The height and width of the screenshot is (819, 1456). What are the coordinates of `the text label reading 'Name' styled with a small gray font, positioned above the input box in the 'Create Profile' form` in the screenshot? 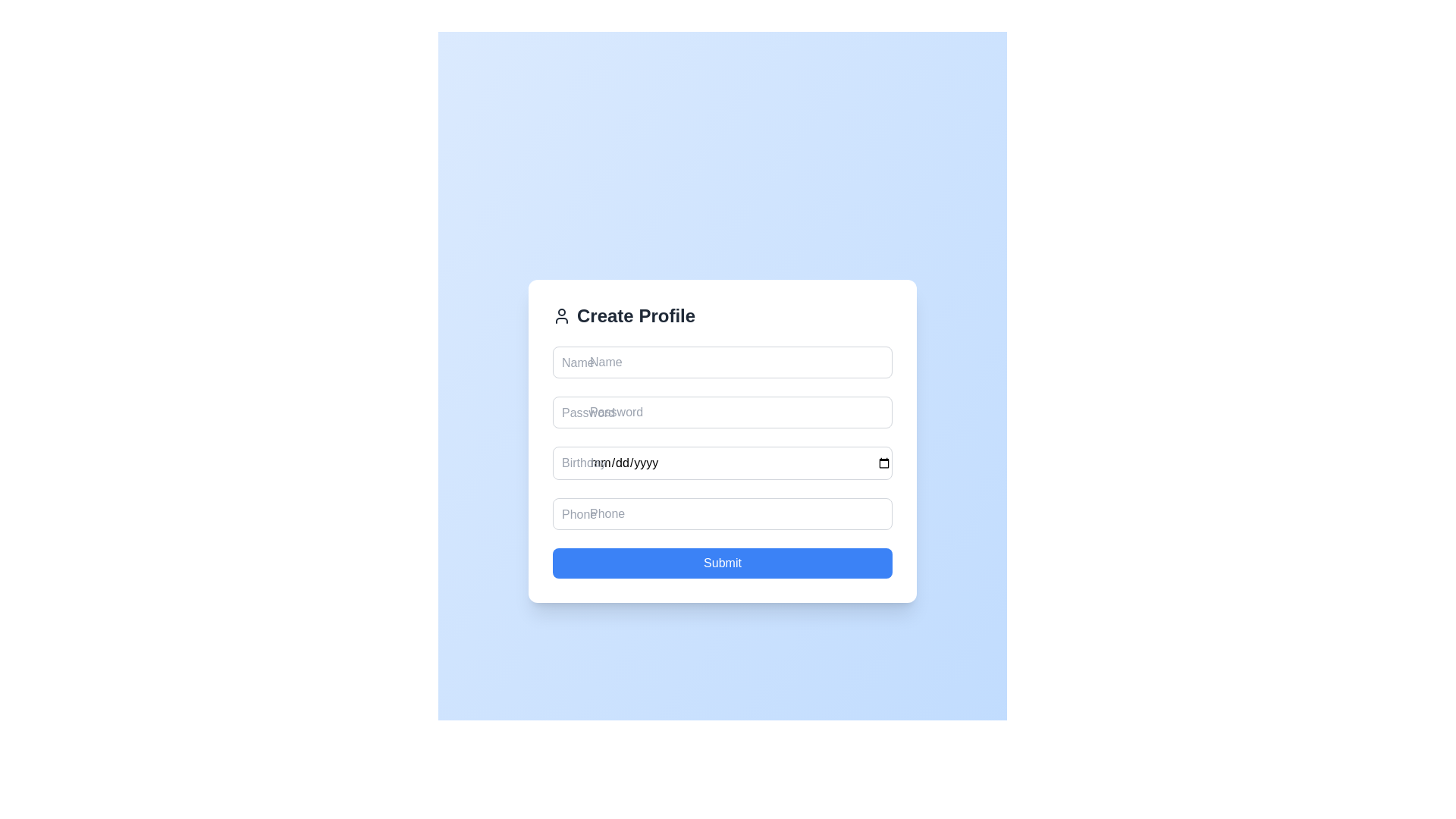 It's located at (577, 362).